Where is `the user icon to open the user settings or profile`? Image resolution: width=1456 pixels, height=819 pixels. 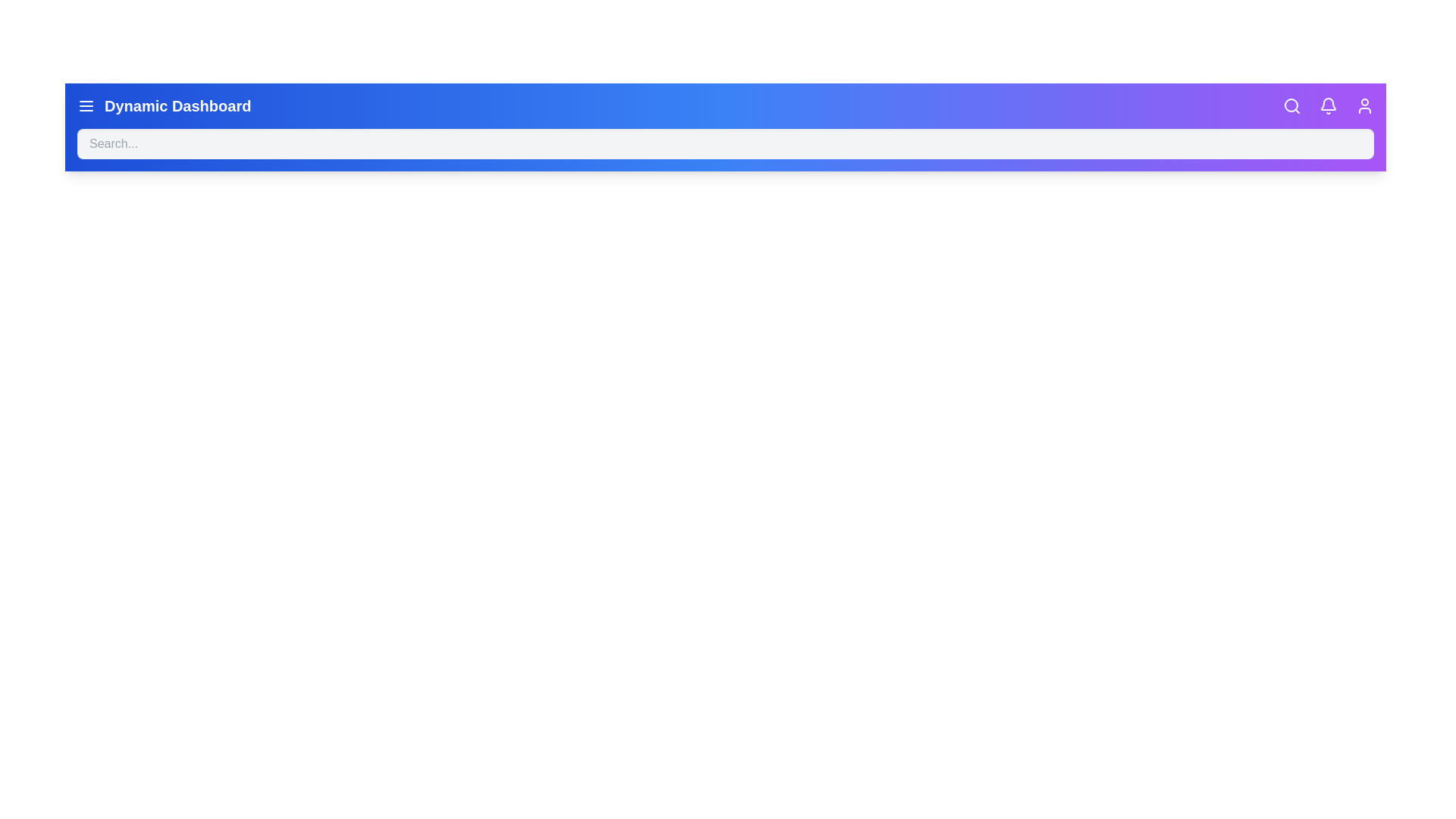
the user icon to open the user settings or profile is located at coordinates (1365, 105).